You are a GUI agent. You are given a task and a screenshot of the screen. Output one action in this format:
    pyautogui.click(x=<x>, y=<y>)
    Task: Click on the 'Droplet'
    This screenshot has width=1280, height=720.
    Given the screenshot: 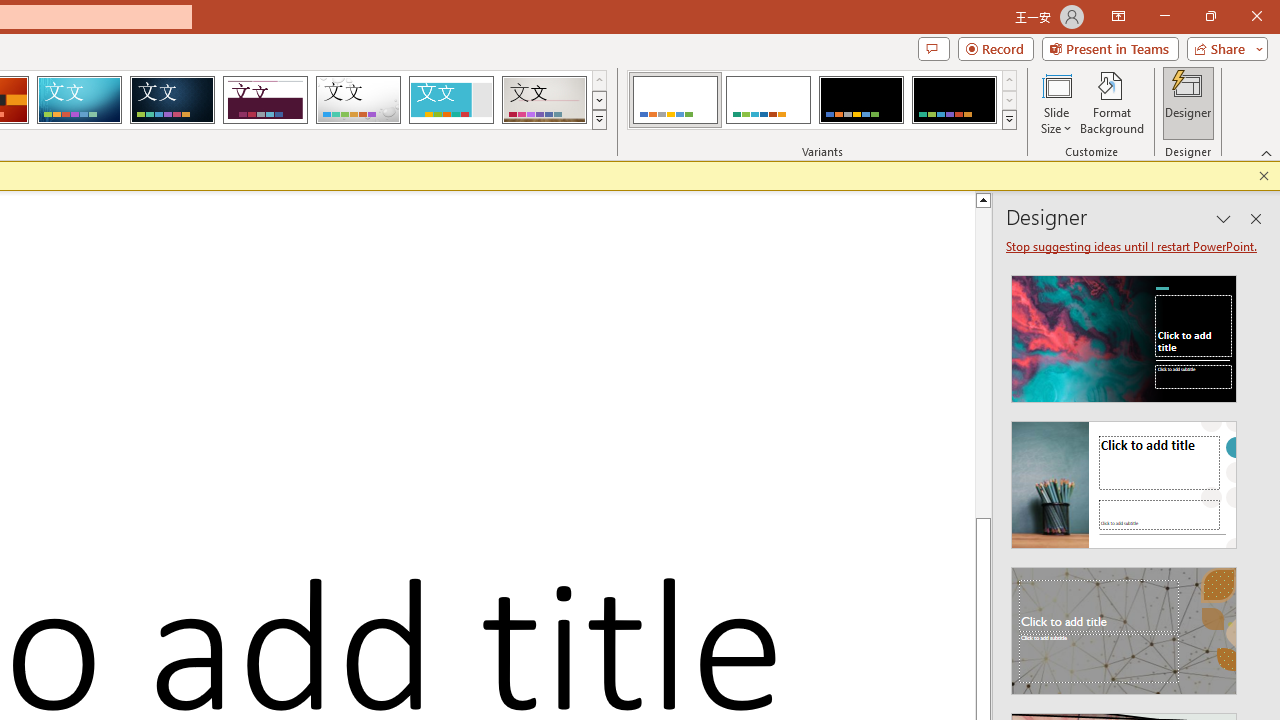 What is the action you would take?
    pyautogui.click(x=358, y=100)
    